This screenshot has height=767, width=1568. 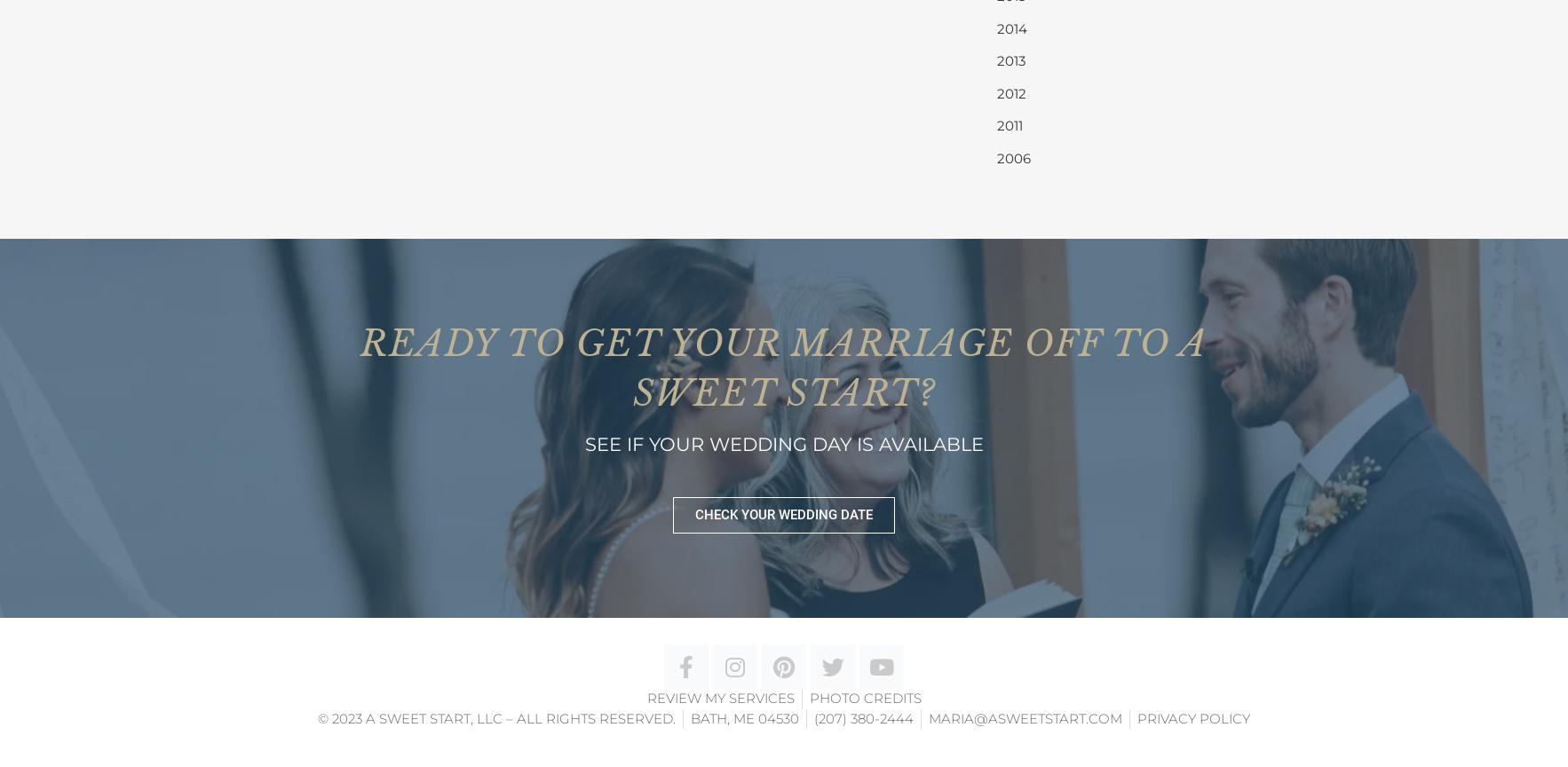 What do you see at coordinates (1012, 156) in the screenshot?
I see `'2006'` at bounding box center [1012, 156].